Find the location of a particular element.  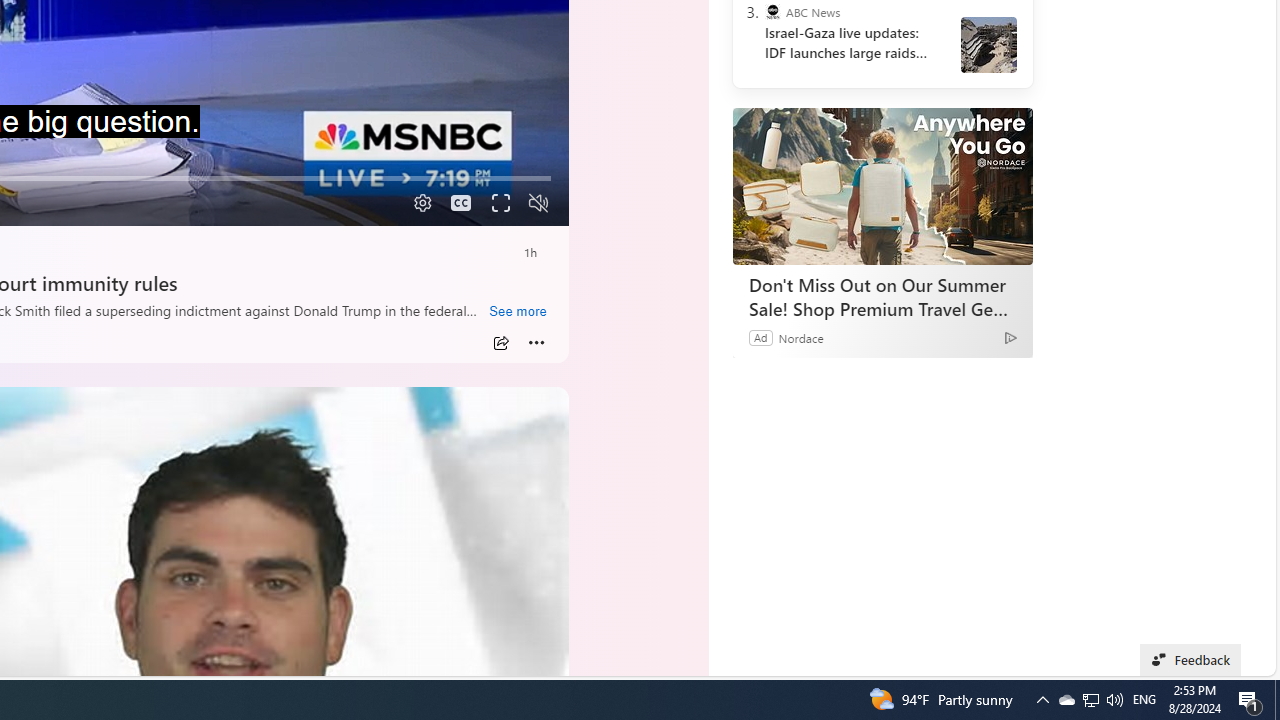

'Unmute' is located at coordinates (538, 203).